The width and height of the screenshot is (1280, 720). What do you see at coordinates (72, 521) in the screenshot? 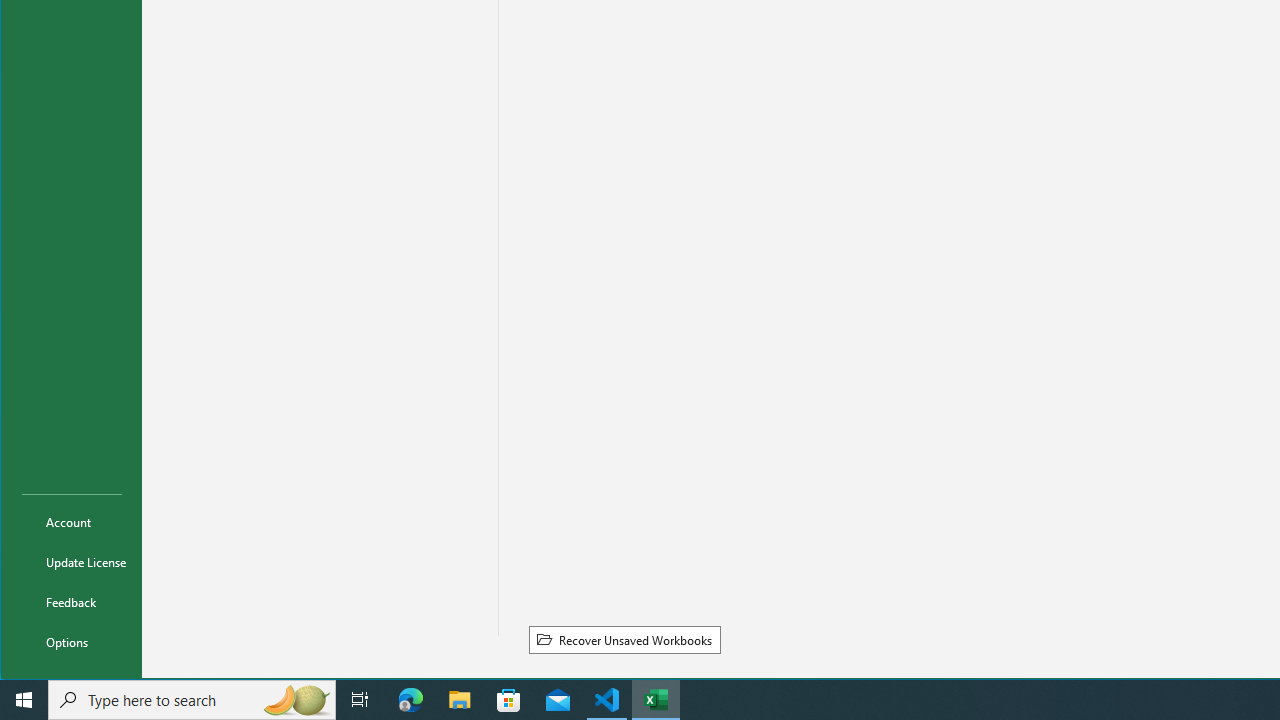
I see `'Account'` at bounding box center [72, 521].